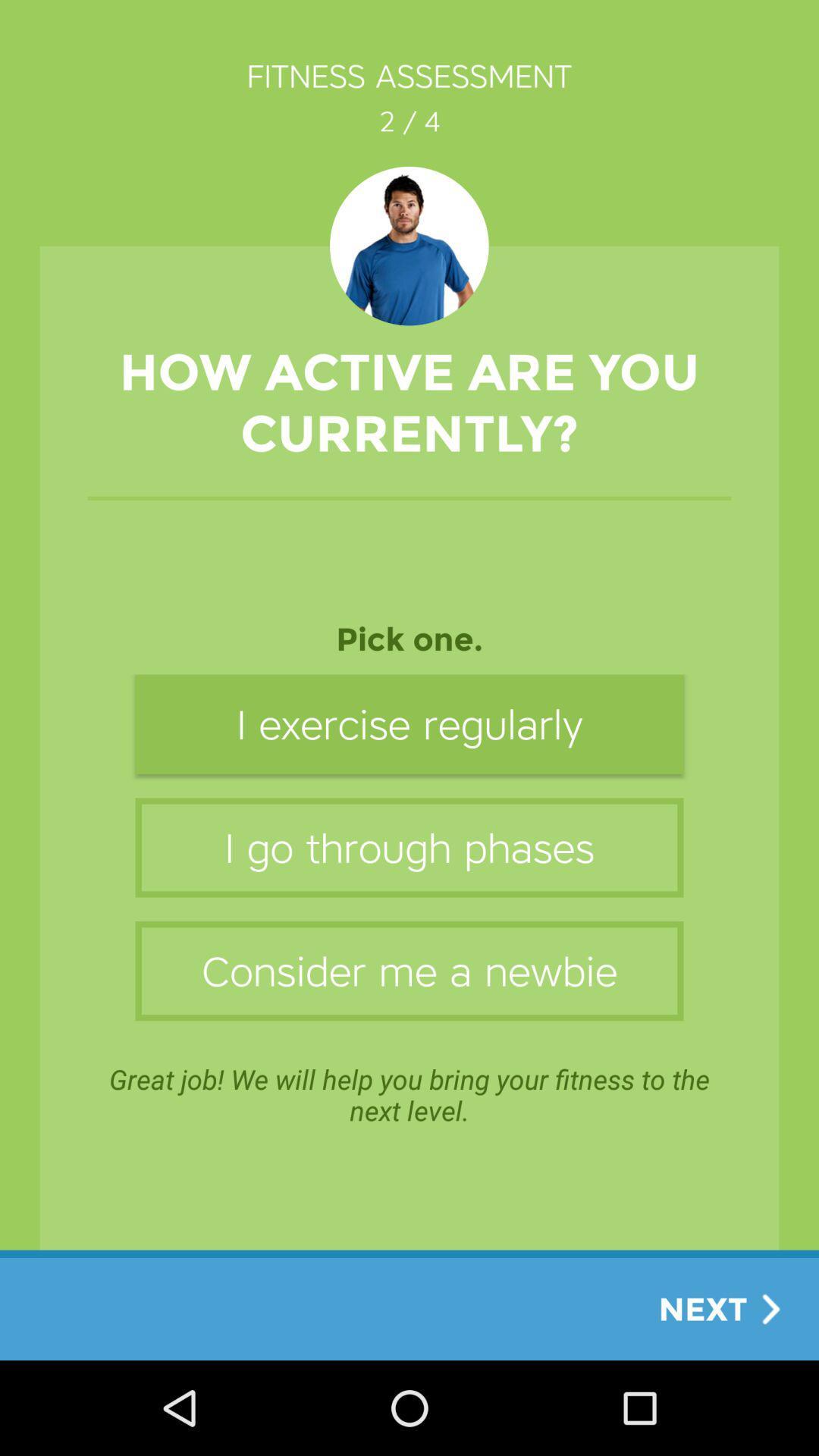 The height and width of the screenshot is (1456, 819). Describe the element at coordinates (409, 723) in the screenshot. I see `the icon below pick one. item` at that location.